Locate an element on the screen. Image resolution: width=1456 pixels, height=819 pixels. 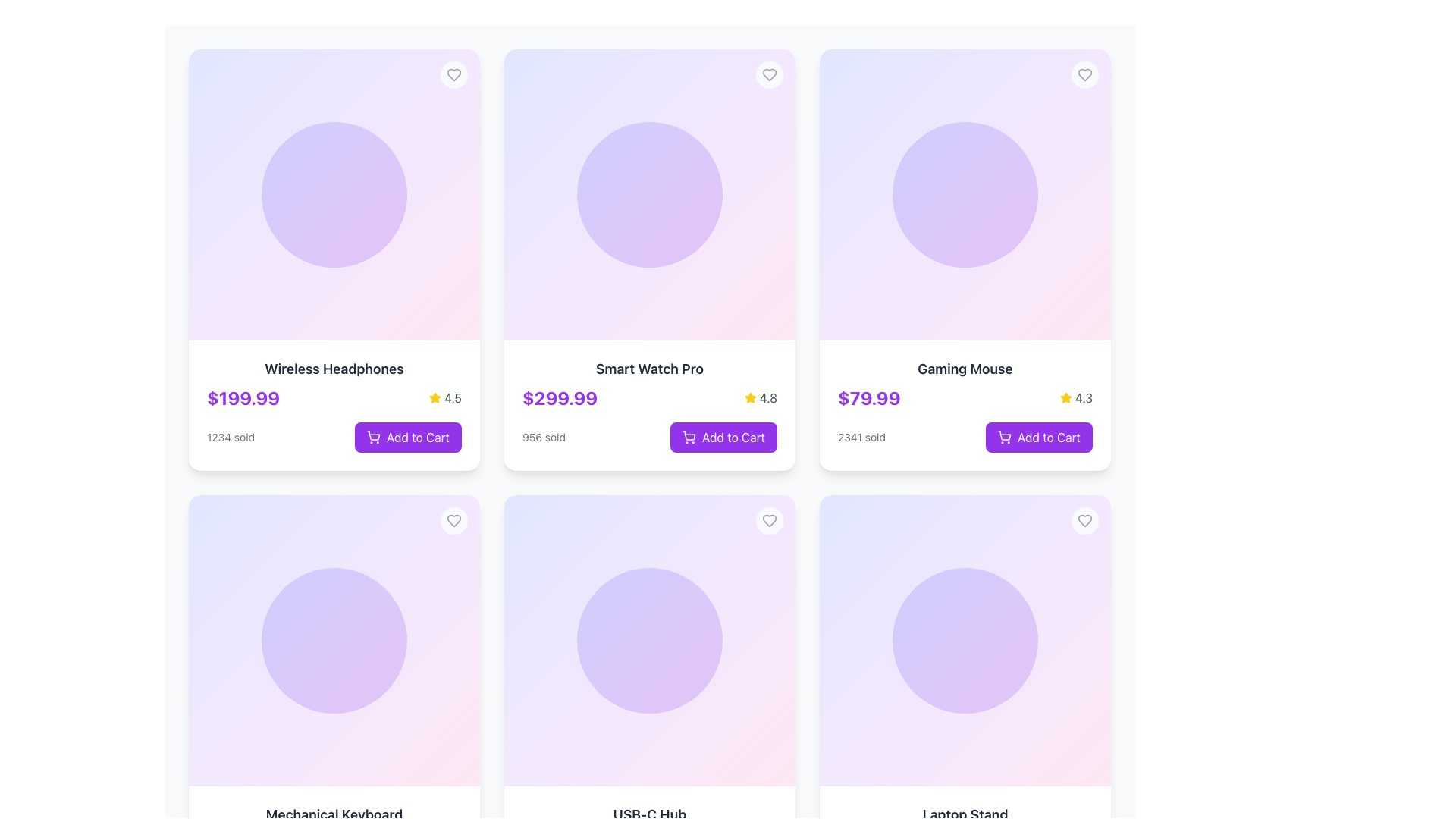
the 'Add to Cart' text within the button located at the bottom of the second product card in the grid is located at coordinates (418, 438).